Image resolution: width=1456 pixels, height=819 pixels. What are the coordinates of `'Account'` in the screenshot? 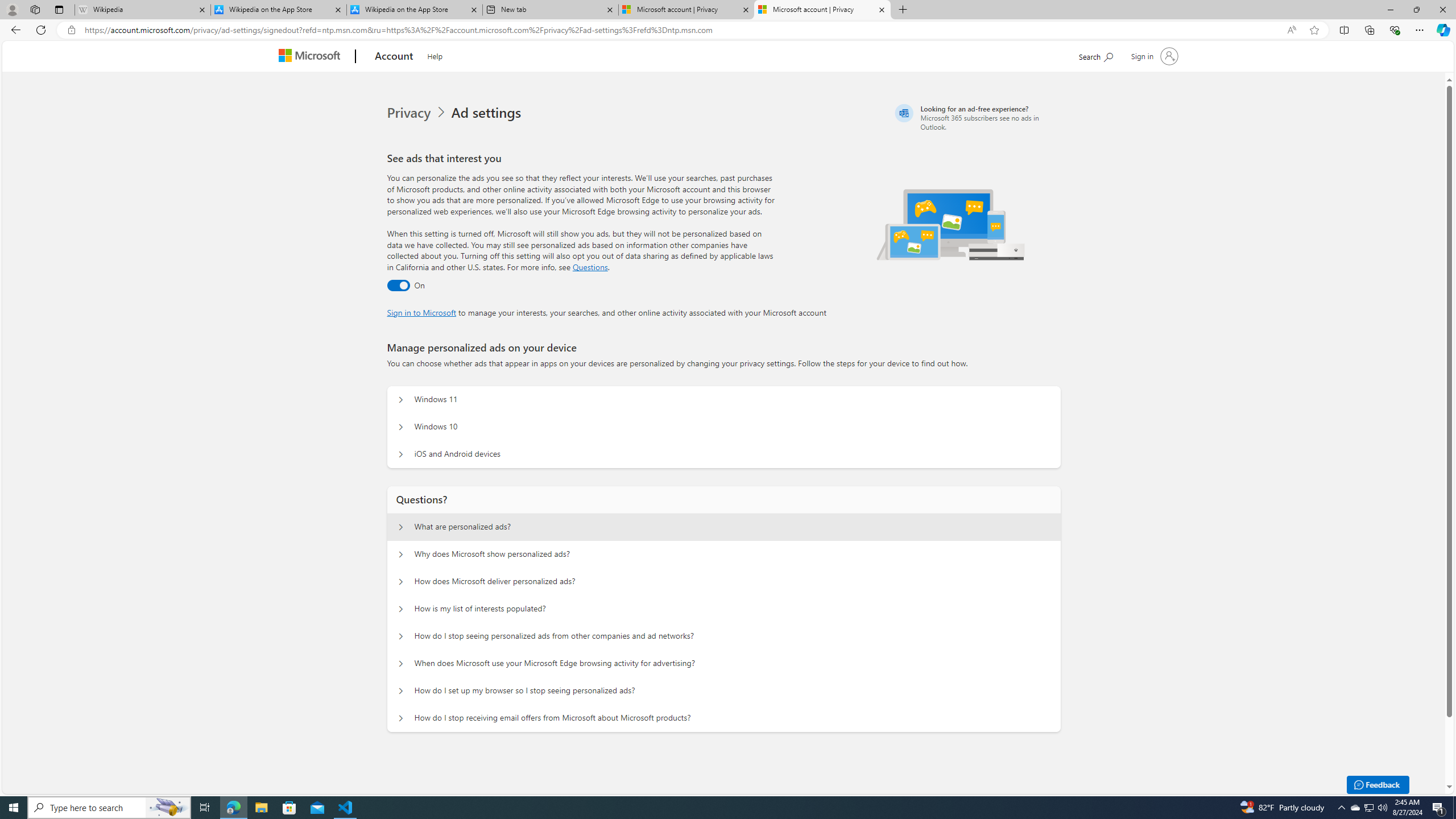 It's located at (394, 56).